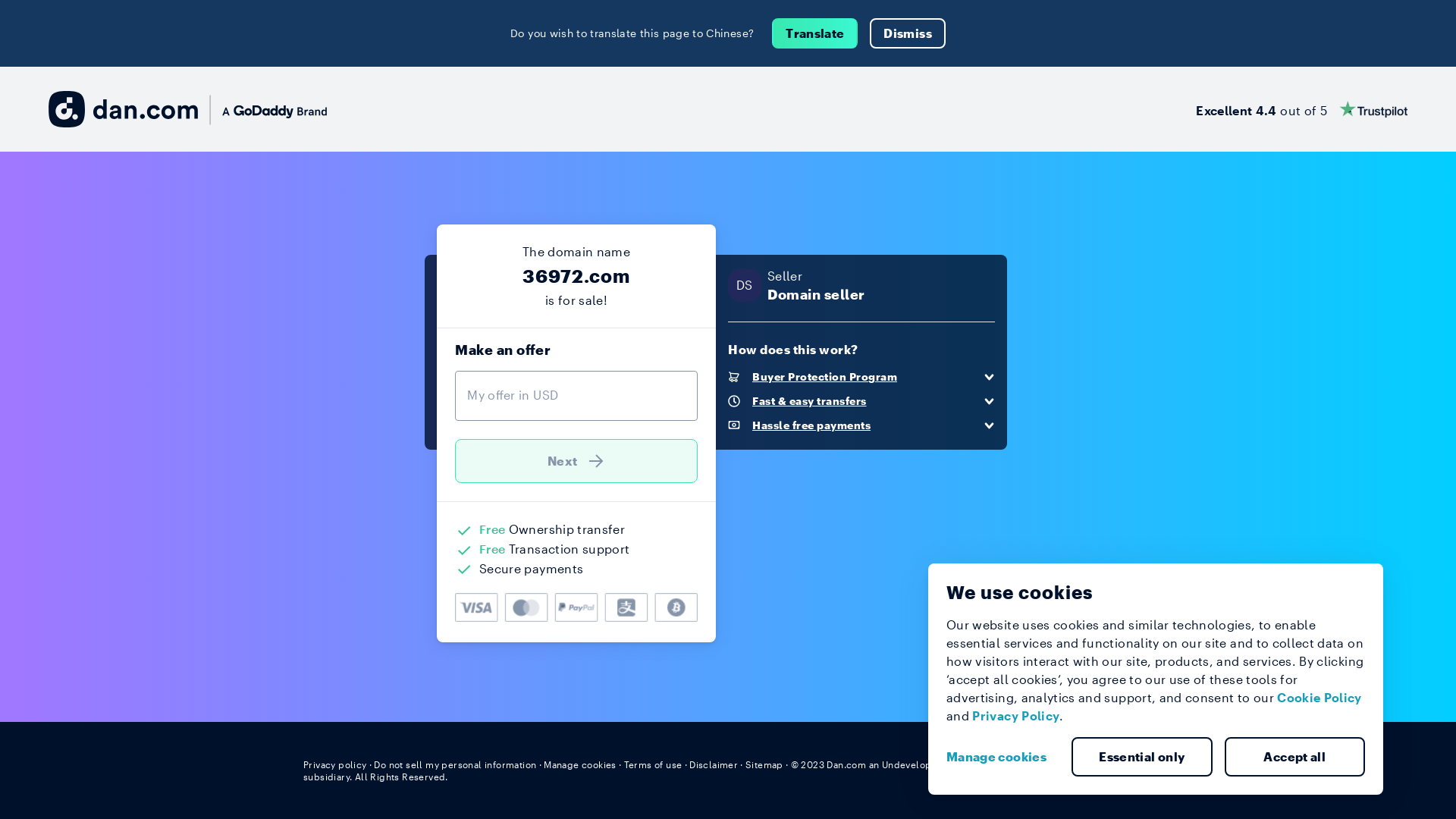 The height and width of the screenshot is (819, 1456). I want to click on 'Sitemap', so click(764, 764).